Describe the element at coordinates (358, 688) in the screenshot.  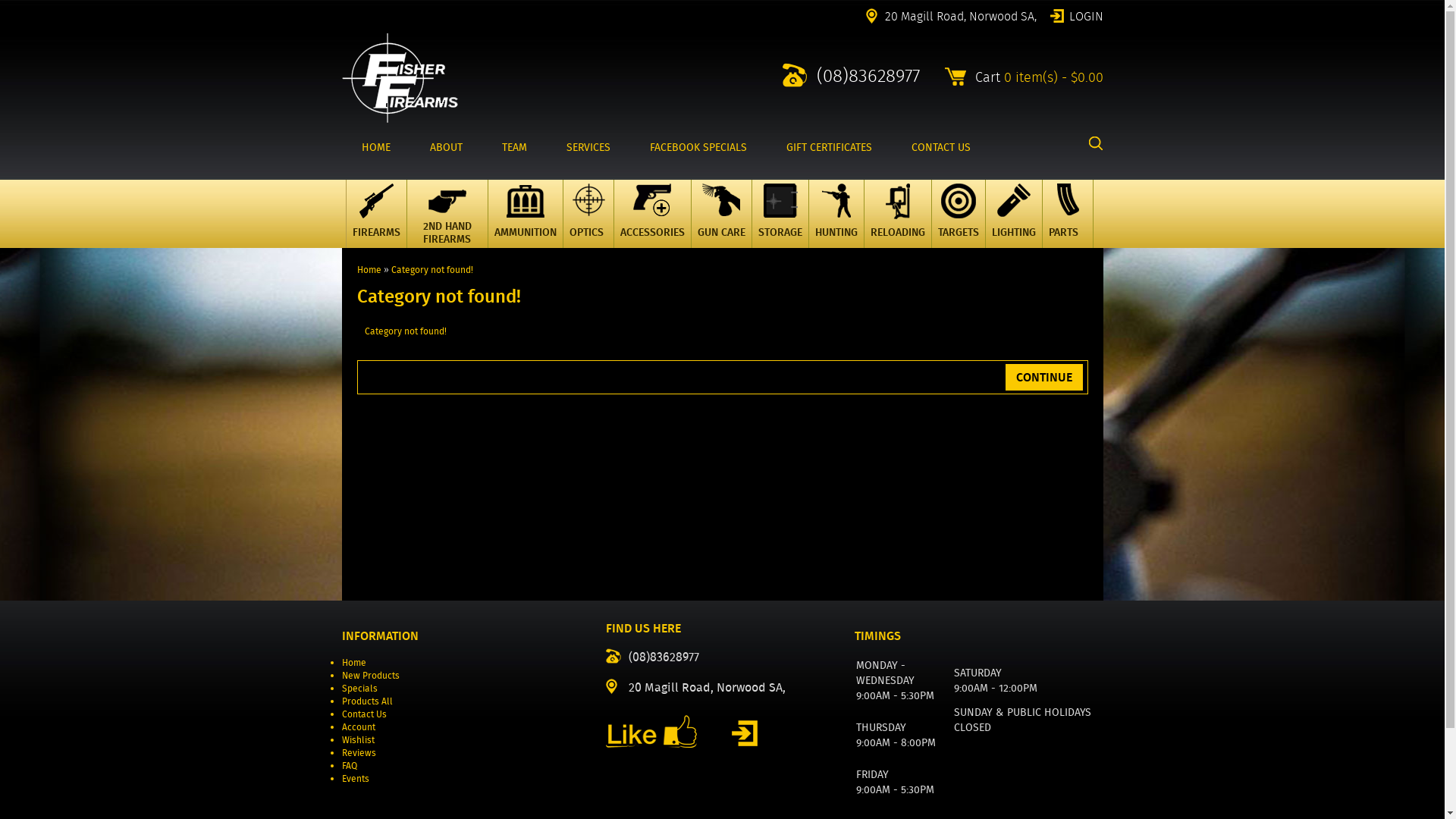
I see `'Specials'` at that location.